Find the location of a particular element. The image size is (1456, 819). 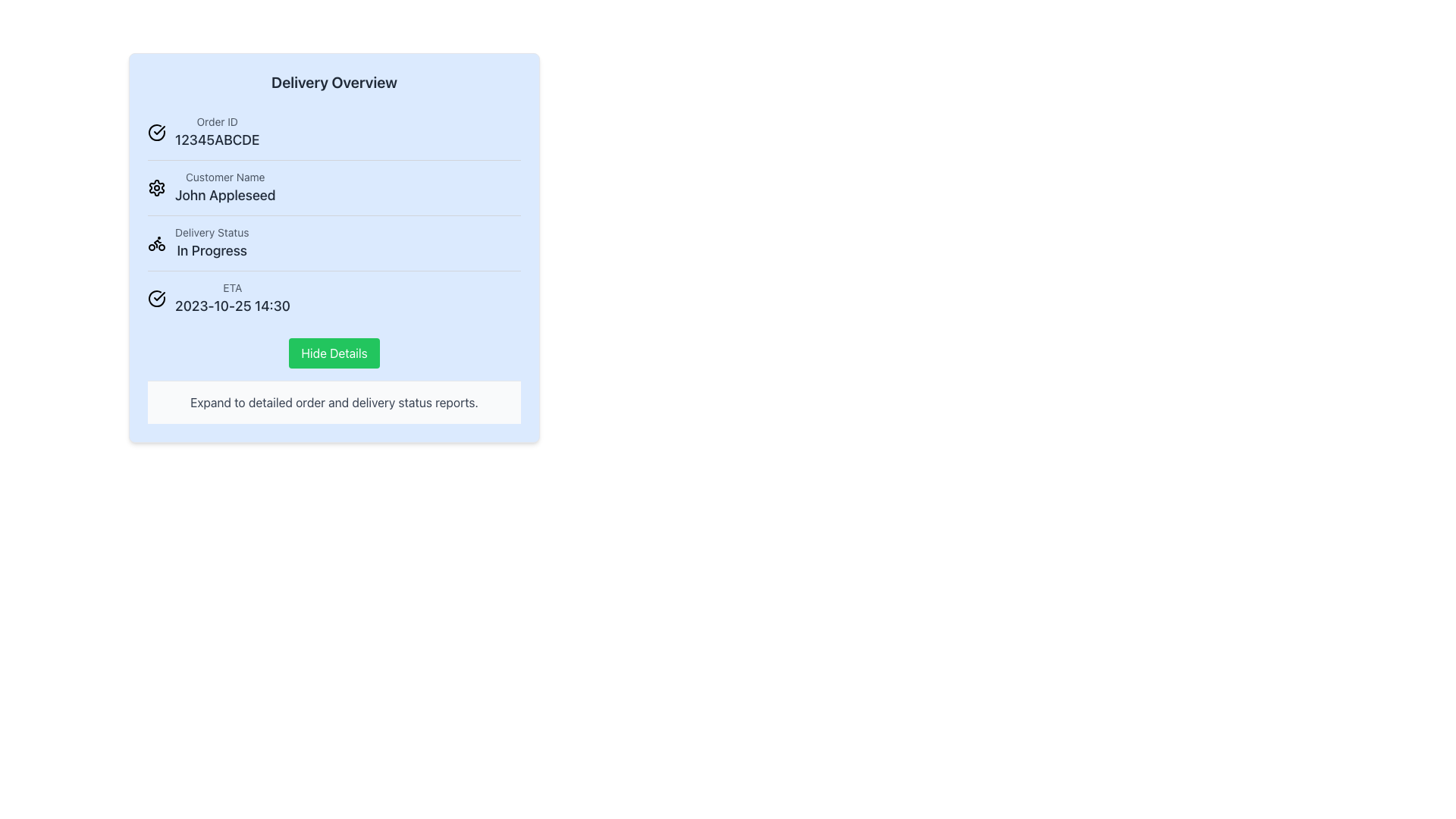

the 'Delivery Status' text label, which is styled in a subtle gray color and is part of a card layout with a light blue background is located at coordinates (211, 233).